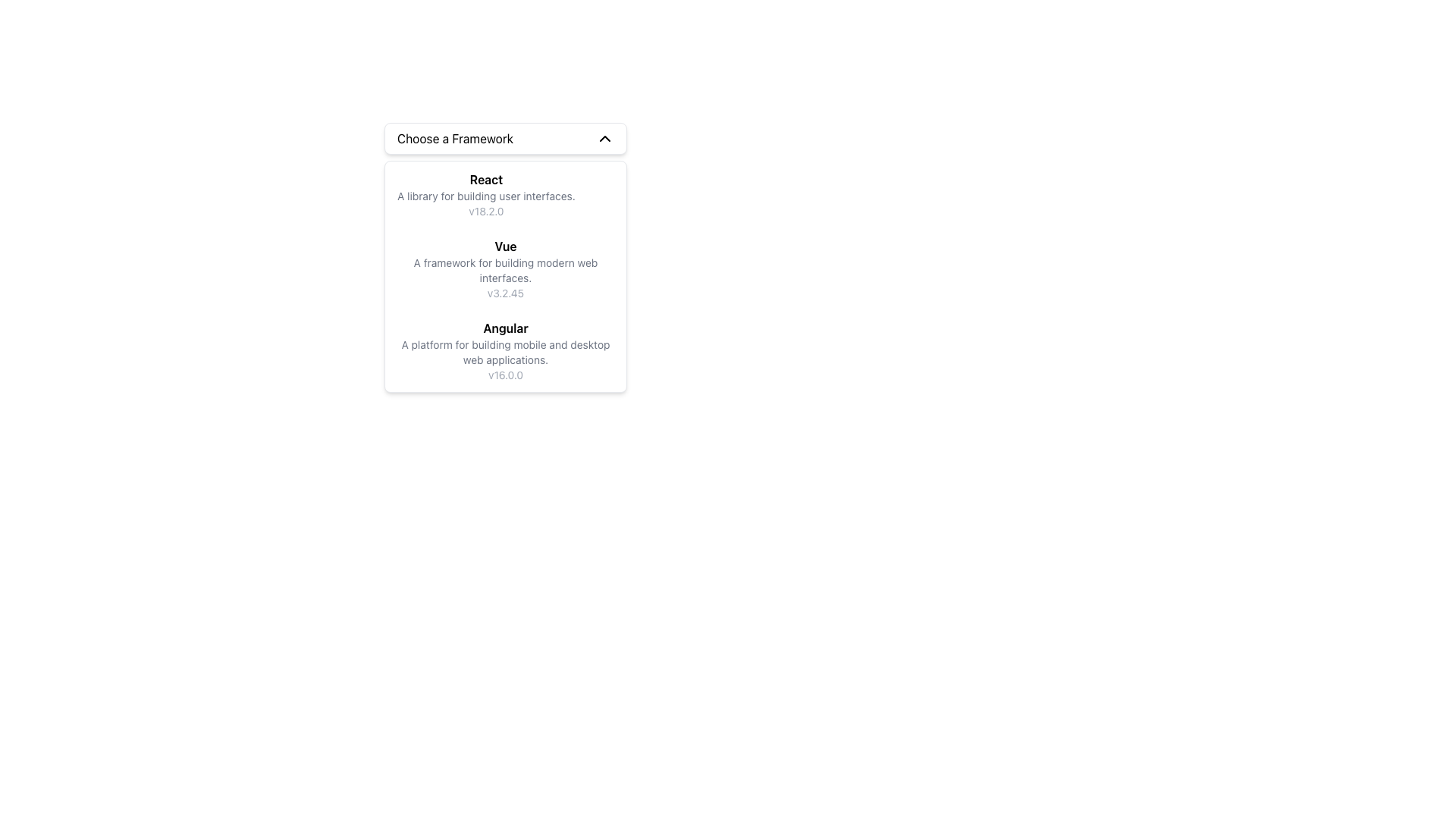 The height and width of the screenshot is (819, 1456). Describe the element at coordinates (506, 245) in the screenshot. I see `the title text of the Vue framework, which is located in the vertical list of frameworks beneath the heading 'Choose a Framework'` at that location.